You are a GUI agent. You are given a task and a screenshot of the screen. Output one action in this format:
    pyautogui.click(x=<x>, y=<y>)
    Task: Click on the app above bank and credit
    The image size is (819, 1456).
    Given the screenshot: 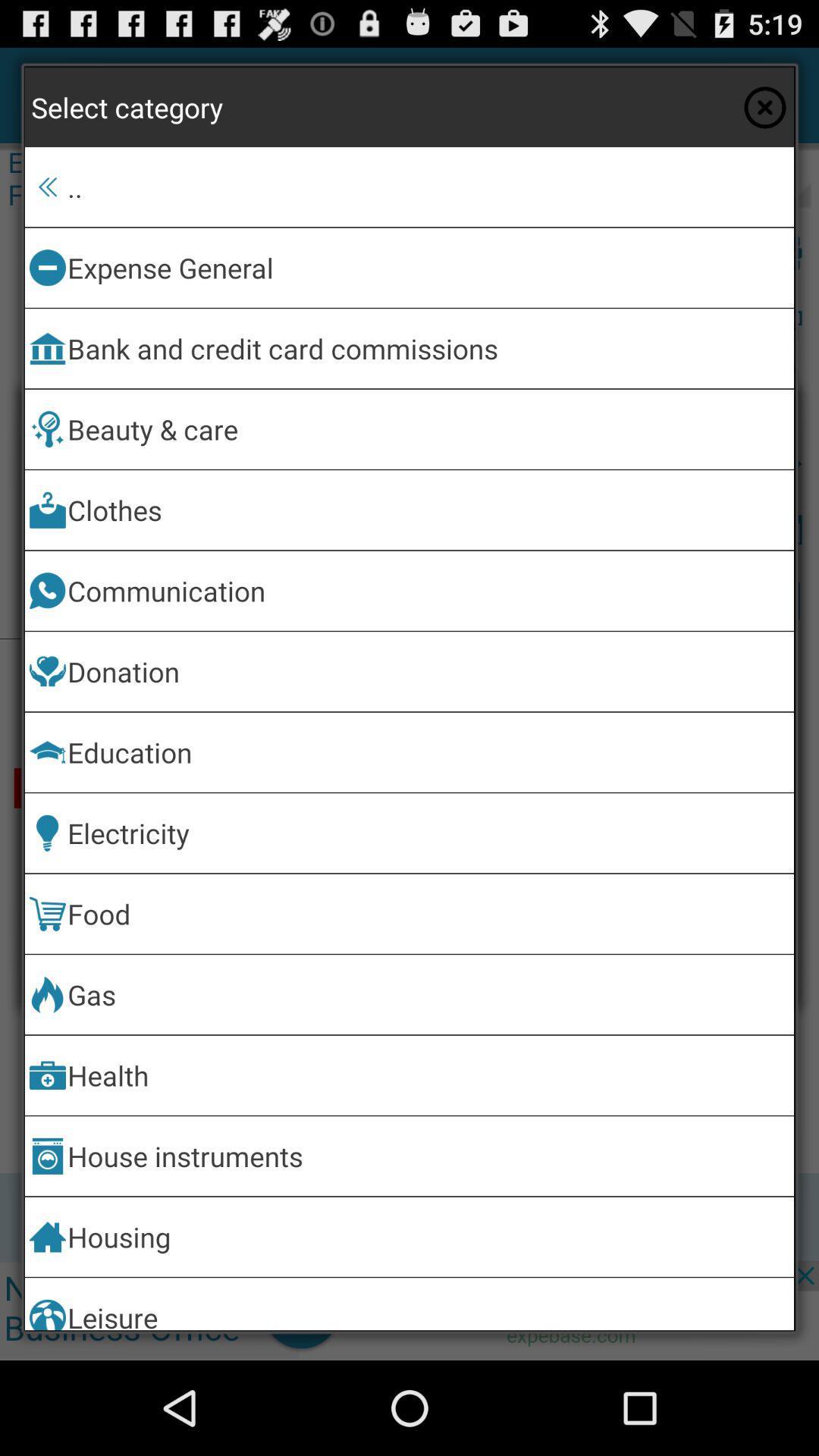 What is the action you would take?
    pyautogui.click(x=428, y=268)
    